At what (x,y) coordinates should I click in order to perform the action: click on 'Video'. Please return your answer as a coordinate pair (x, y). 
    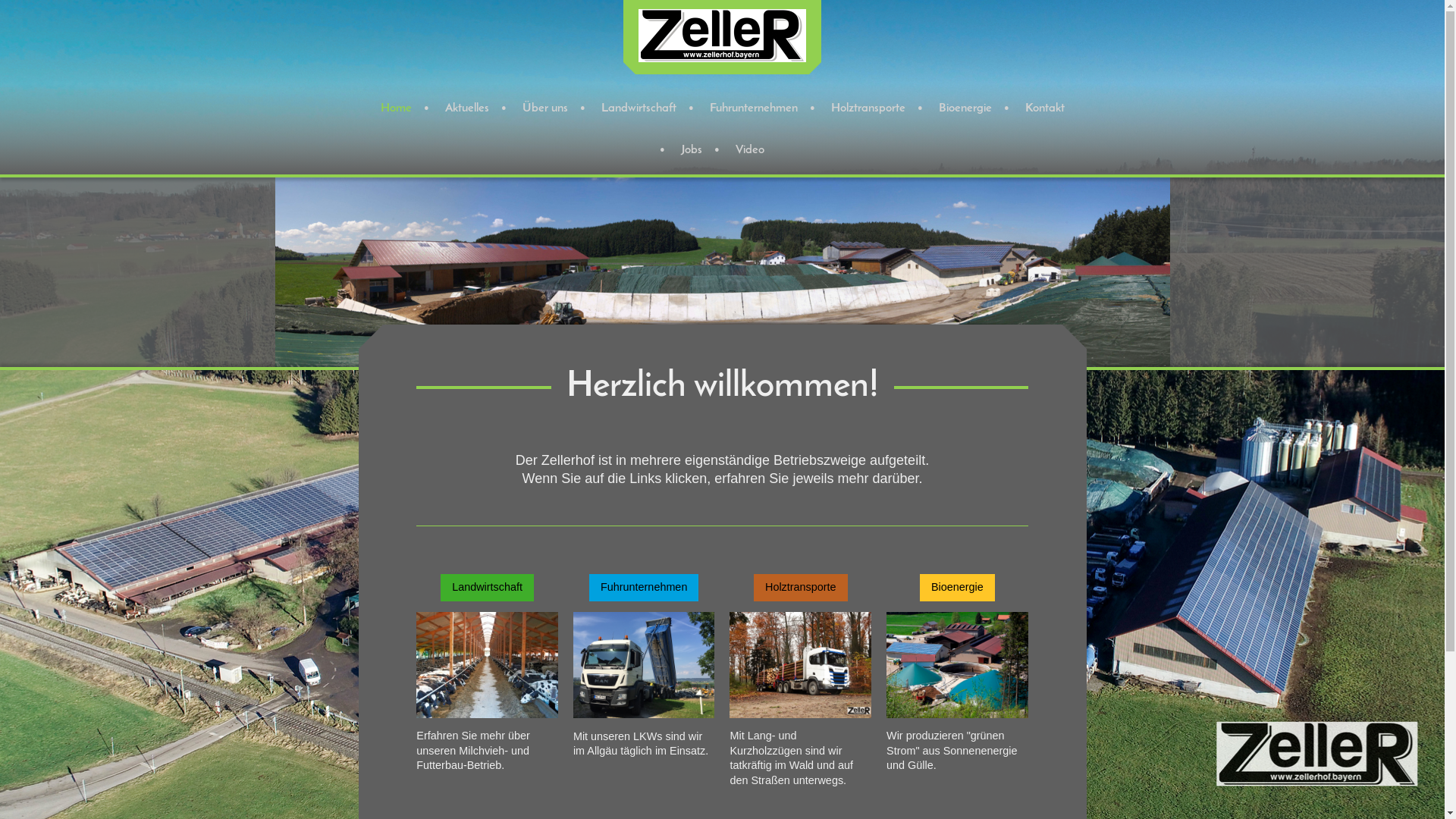
    Looking at the image, I should click on (749, 150).